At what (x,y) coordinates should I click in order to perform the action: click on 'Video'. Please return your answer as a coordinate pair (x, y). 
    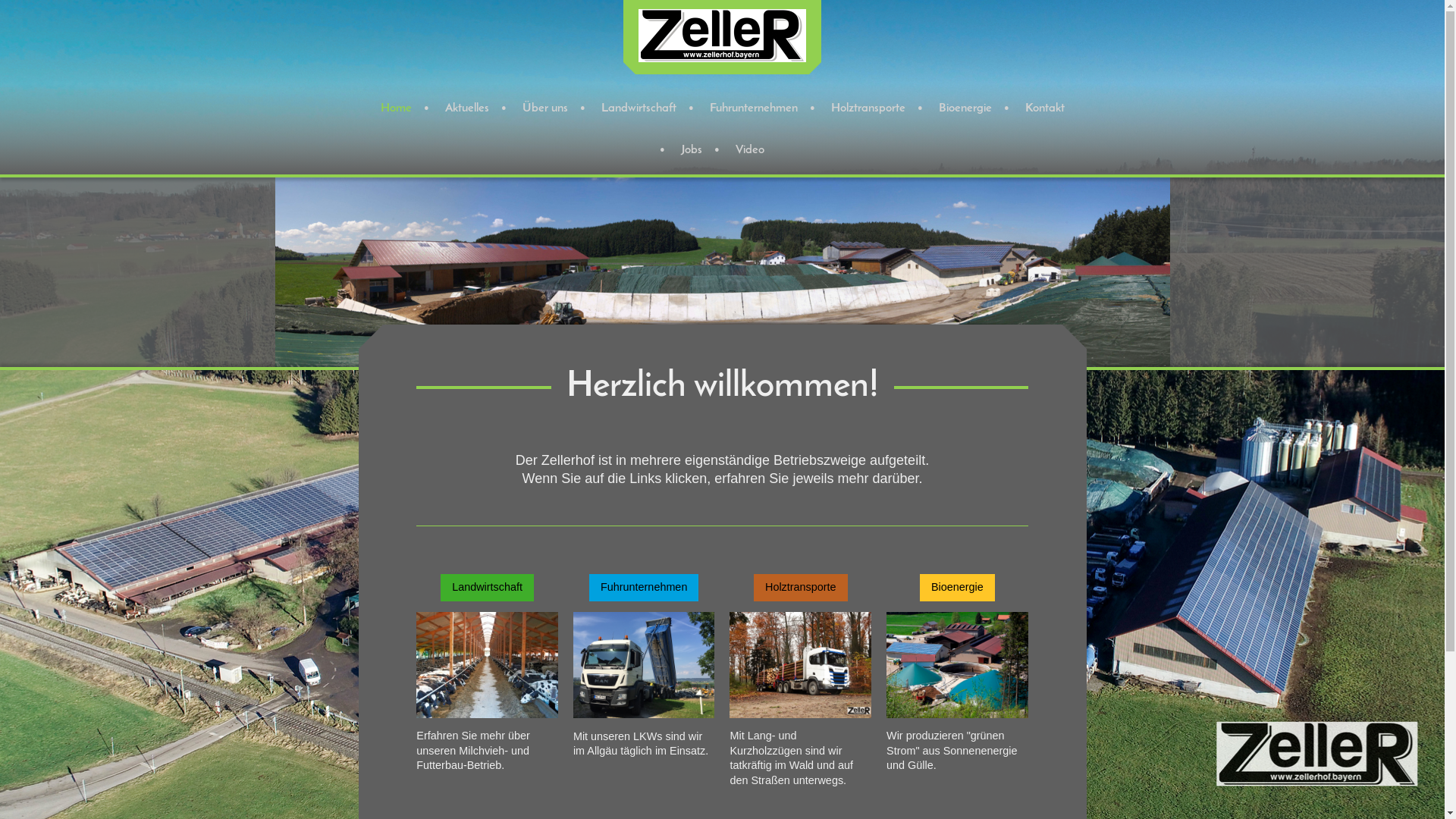
    Looking at the image, I should click on (749, 150).